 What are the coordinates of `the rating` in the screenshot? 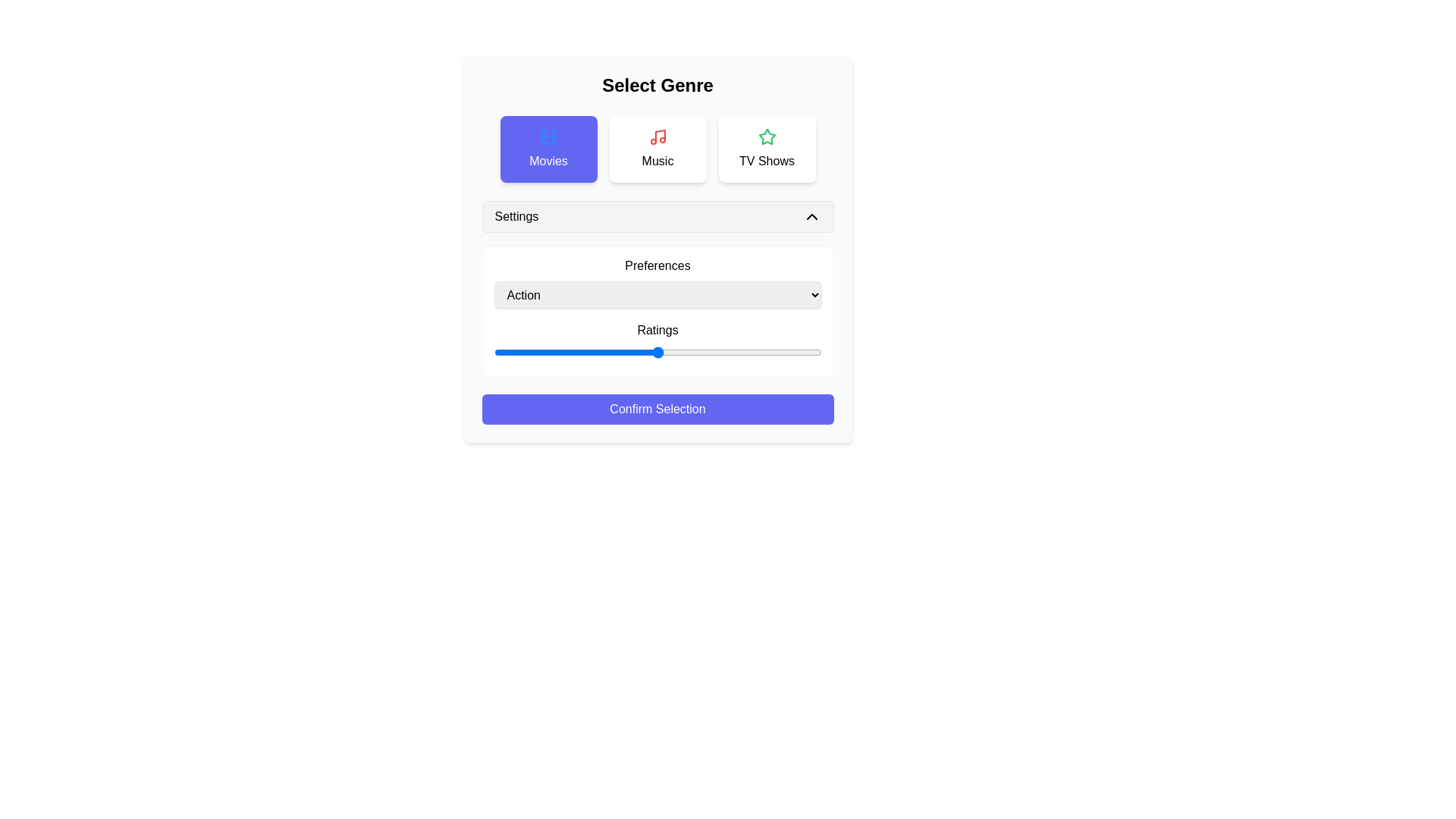 It's located at (742, 353).